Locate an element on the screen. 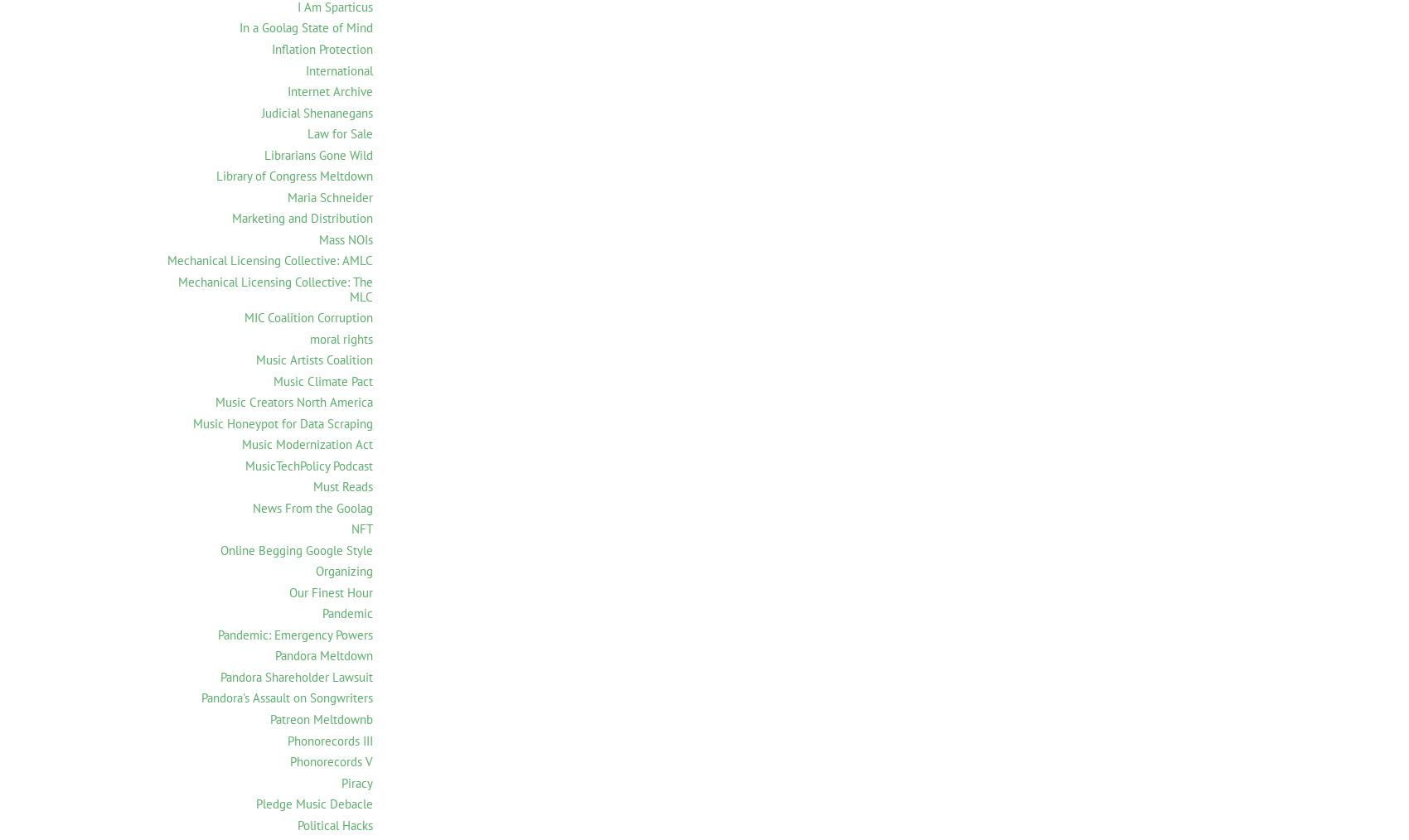 The image size is (1409, 840). 'moral rights' is located at coordinates (341, 337).